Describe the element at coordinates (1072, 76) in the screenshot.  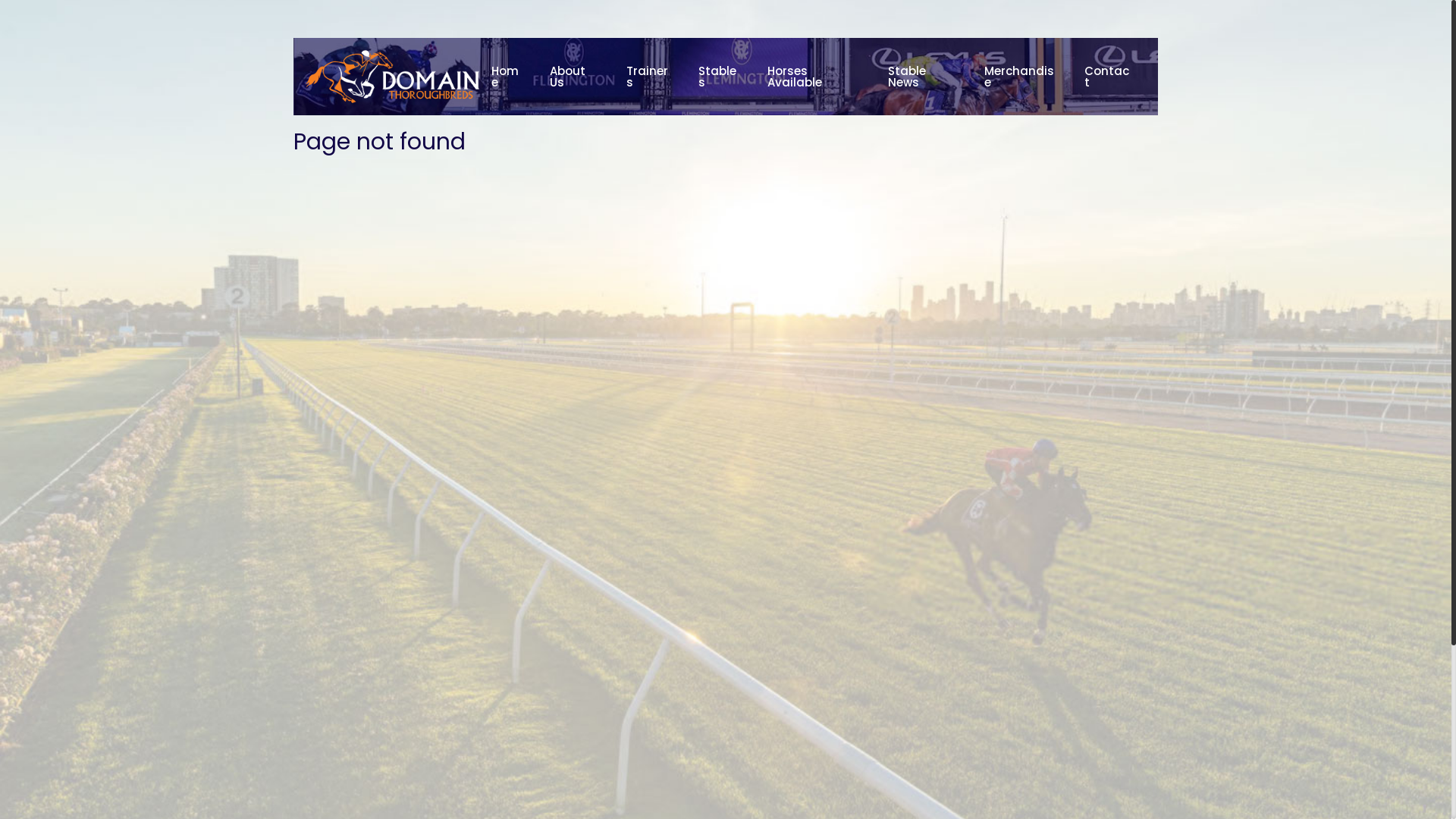
I see `'Contact'` at that location.